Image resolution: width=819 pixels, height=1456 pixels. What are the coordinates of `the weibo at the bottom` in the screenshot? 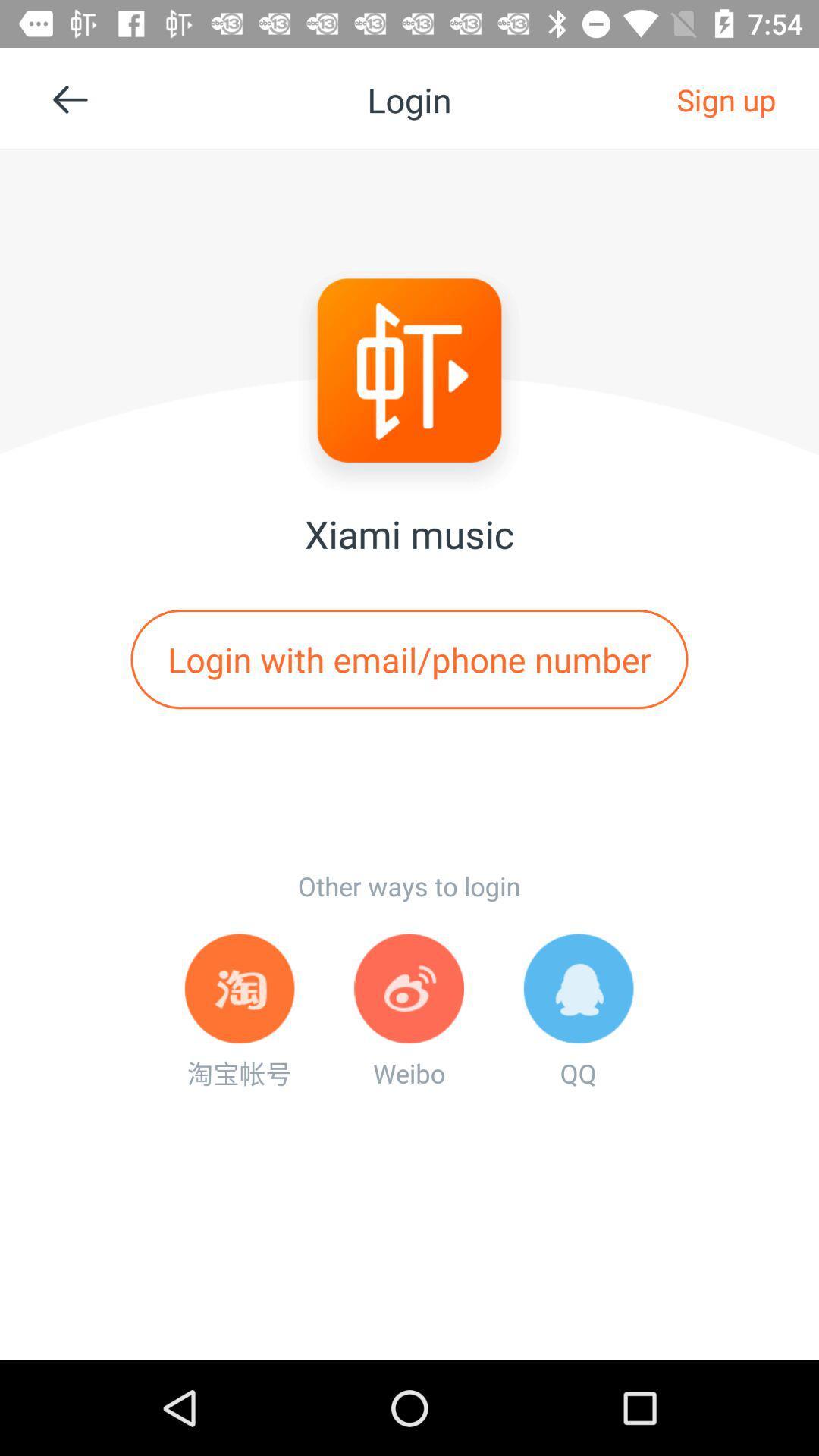 It's located at (408, 1012).